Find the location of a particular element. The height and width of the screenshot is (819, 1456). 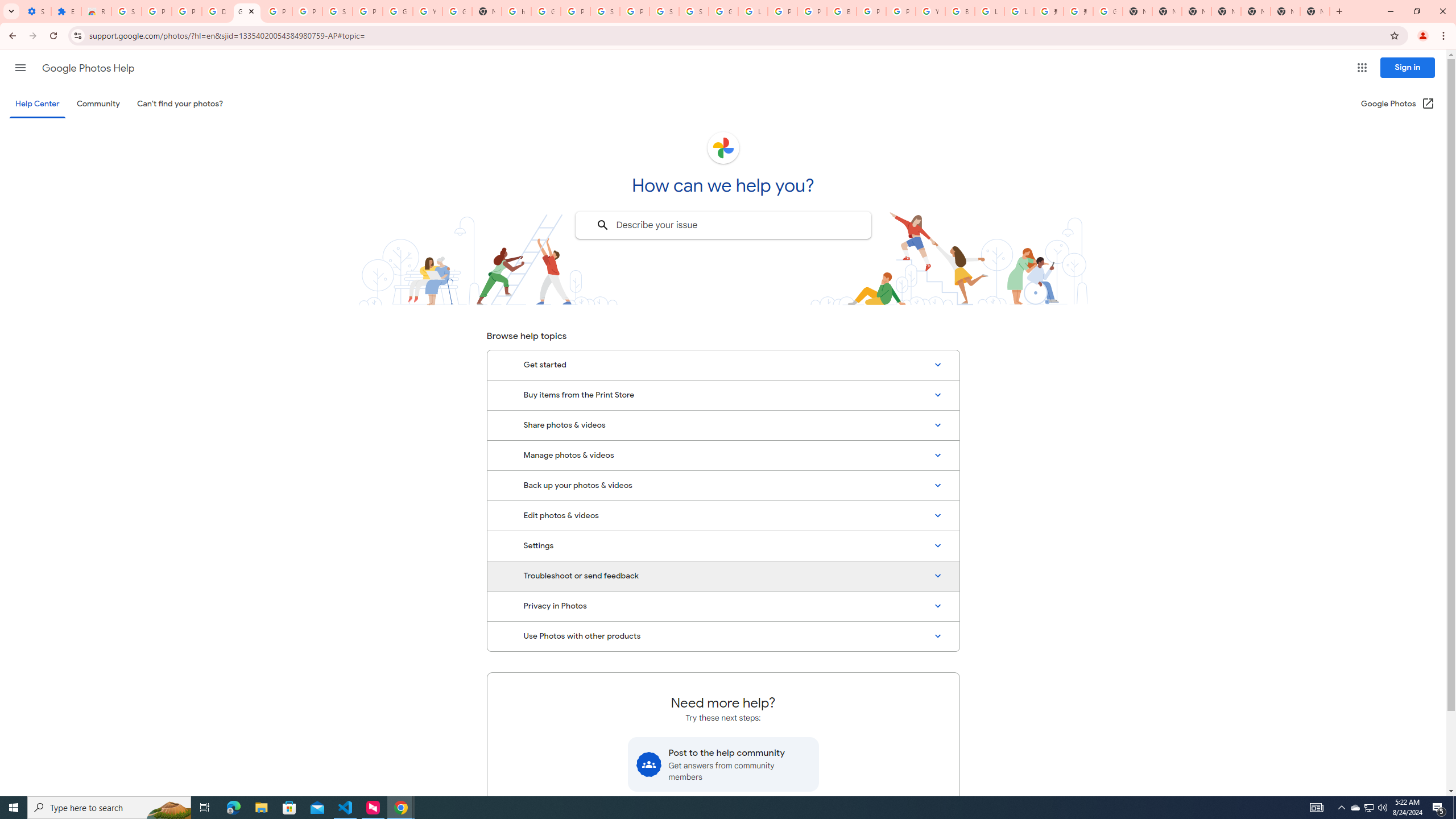

'Use Photos with other products' is located at coordinates (723, 636).